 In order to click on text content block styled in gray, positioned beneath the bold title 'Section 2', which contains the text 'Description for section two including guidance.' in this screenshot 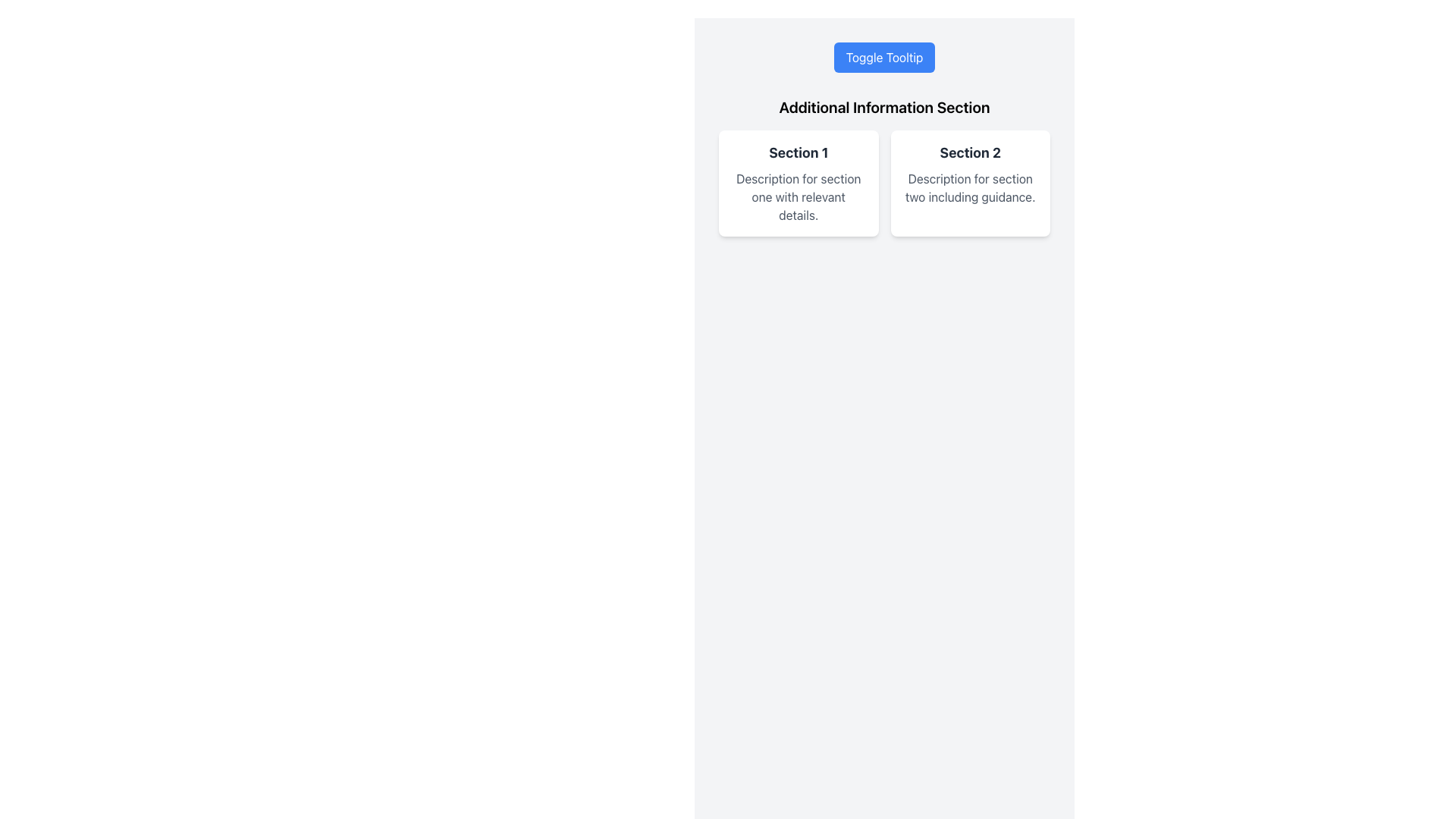, I will do `click(969, 187)`.